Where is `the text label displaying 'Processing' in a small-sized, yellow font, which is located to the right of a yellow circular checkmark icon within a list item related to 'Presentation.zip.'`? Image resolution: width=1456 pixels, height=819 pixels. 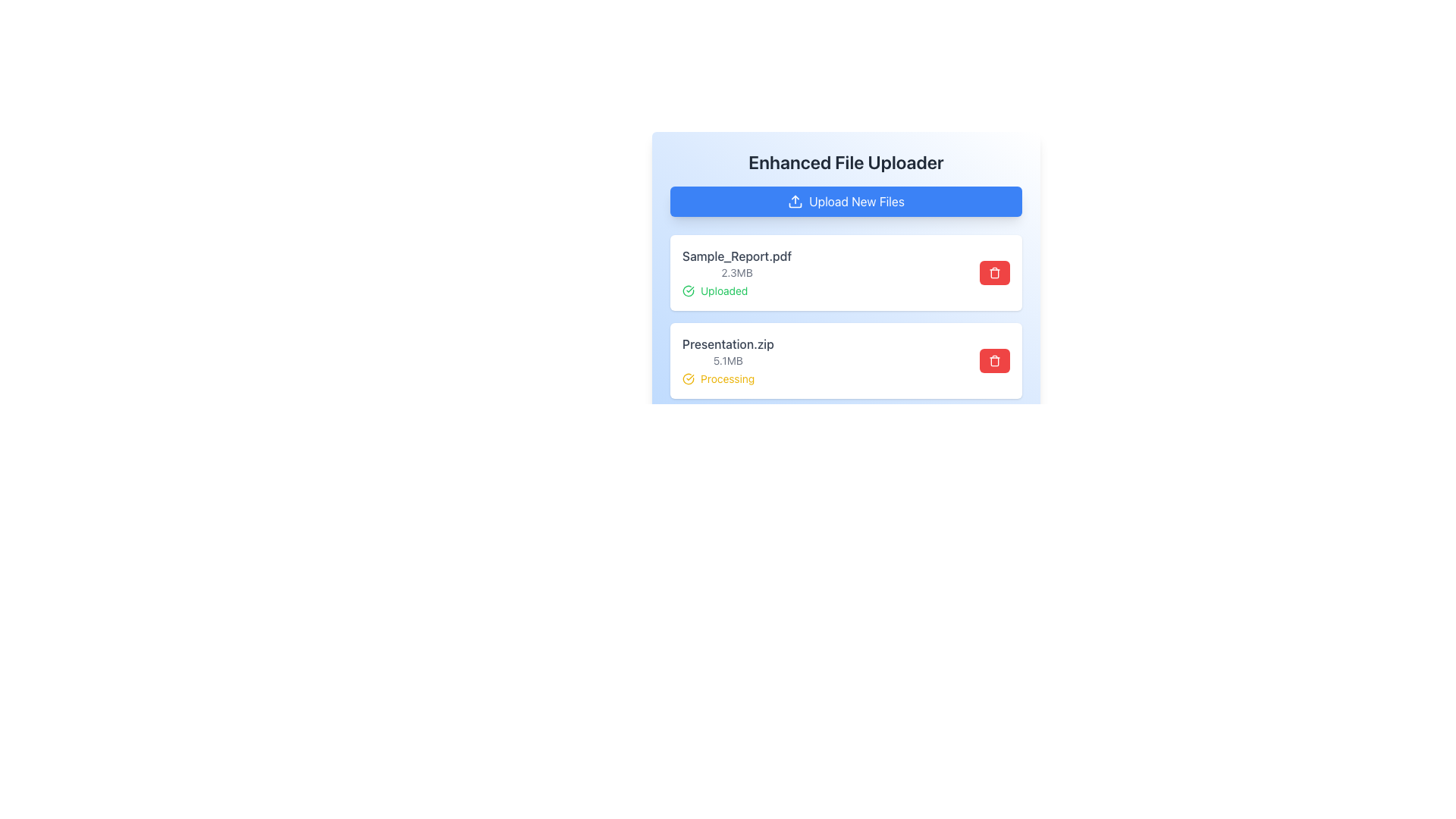
the text label displaying 'Processing' in a small-sized, yellow font, which is located to the right of a yellow circular checkmark icon within a list item related to 'Presentation.zip.' is located at coordinates (726, 378).